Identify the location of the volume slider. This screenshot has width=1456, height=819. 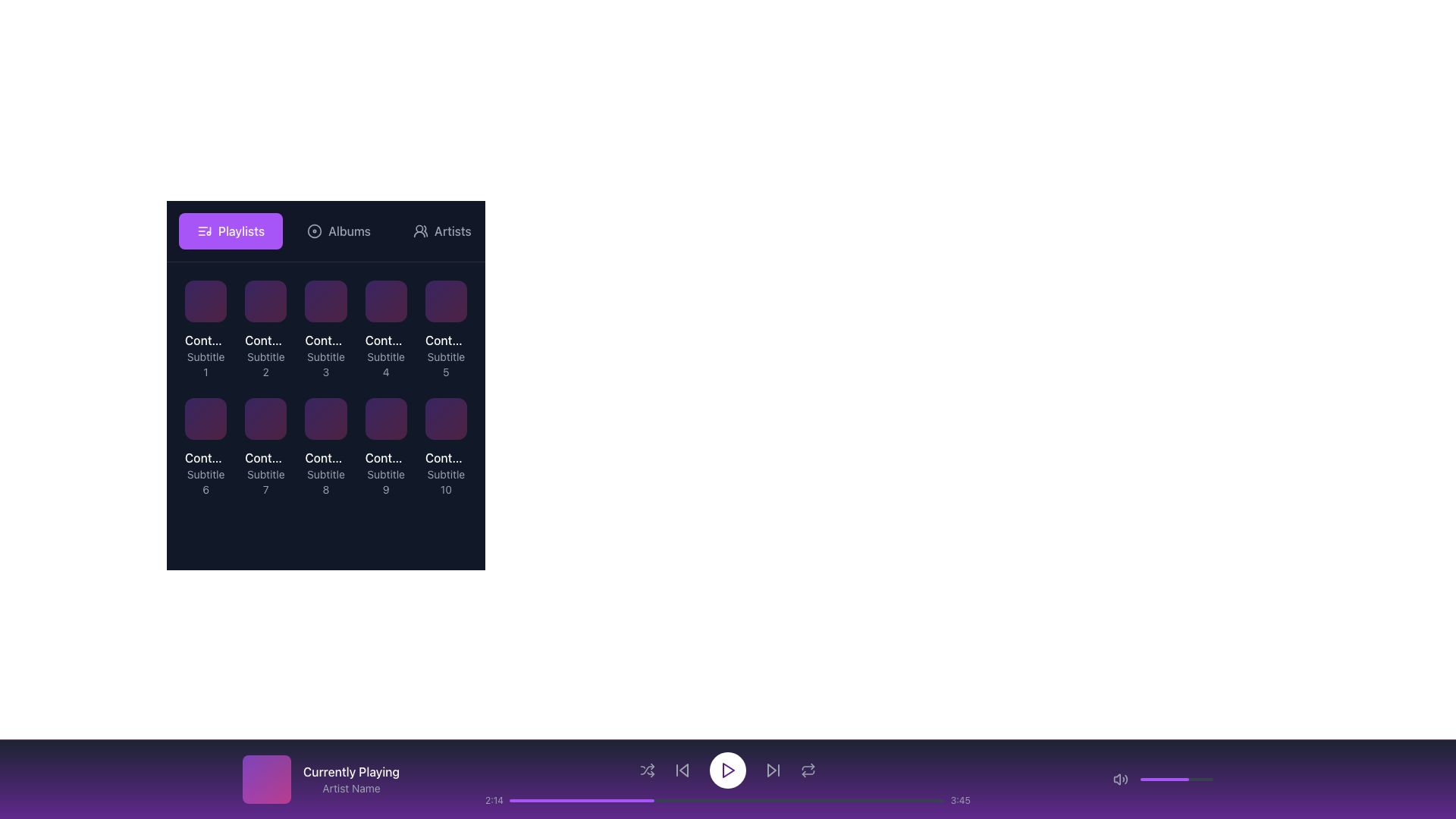
(1152, 780).